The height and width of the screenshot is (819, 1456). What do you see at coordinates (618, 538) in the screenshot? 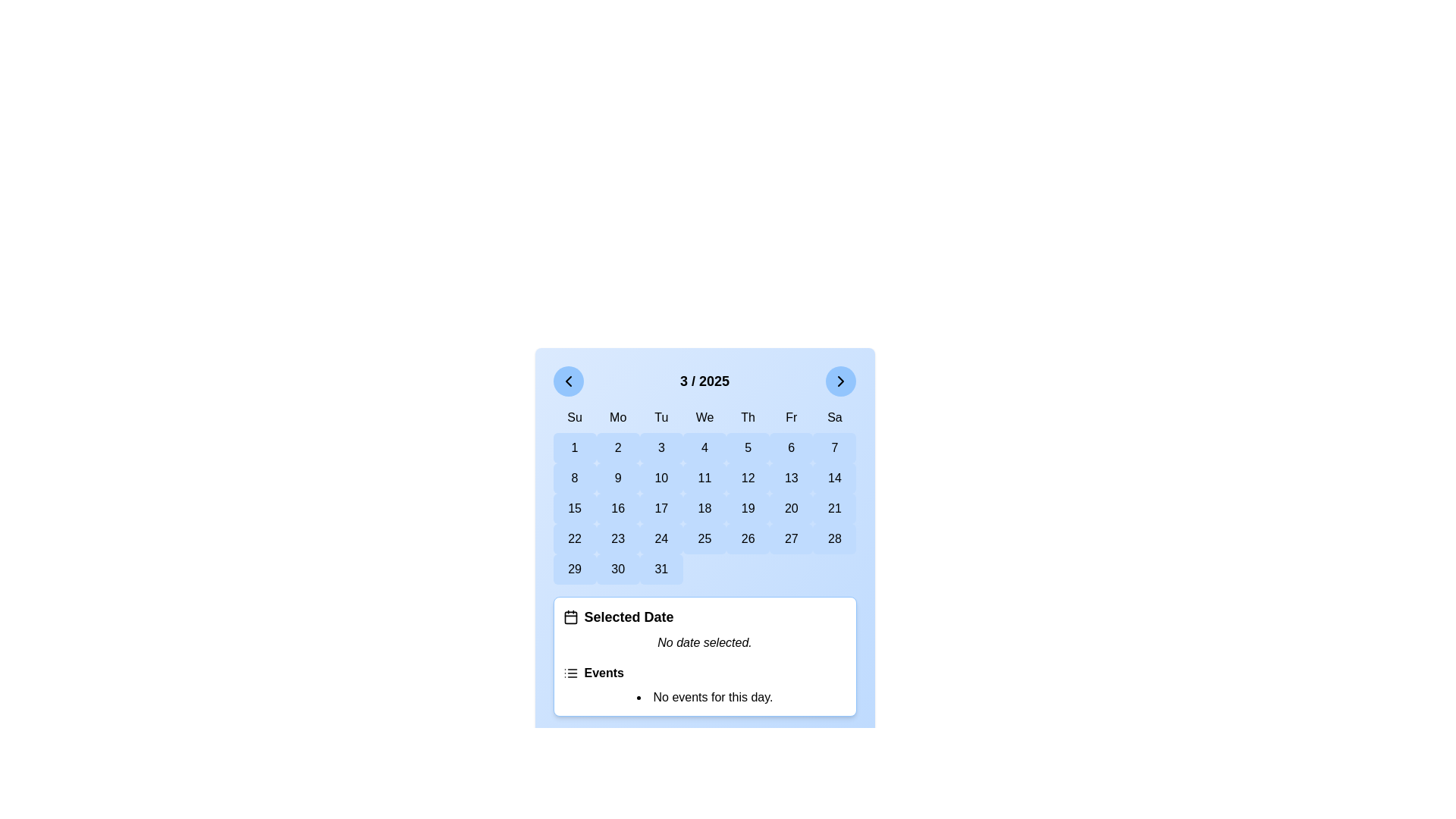
I see `the selectable date button for the 23rd day of the month in the calendar interface` at bounding box center [618, 538].